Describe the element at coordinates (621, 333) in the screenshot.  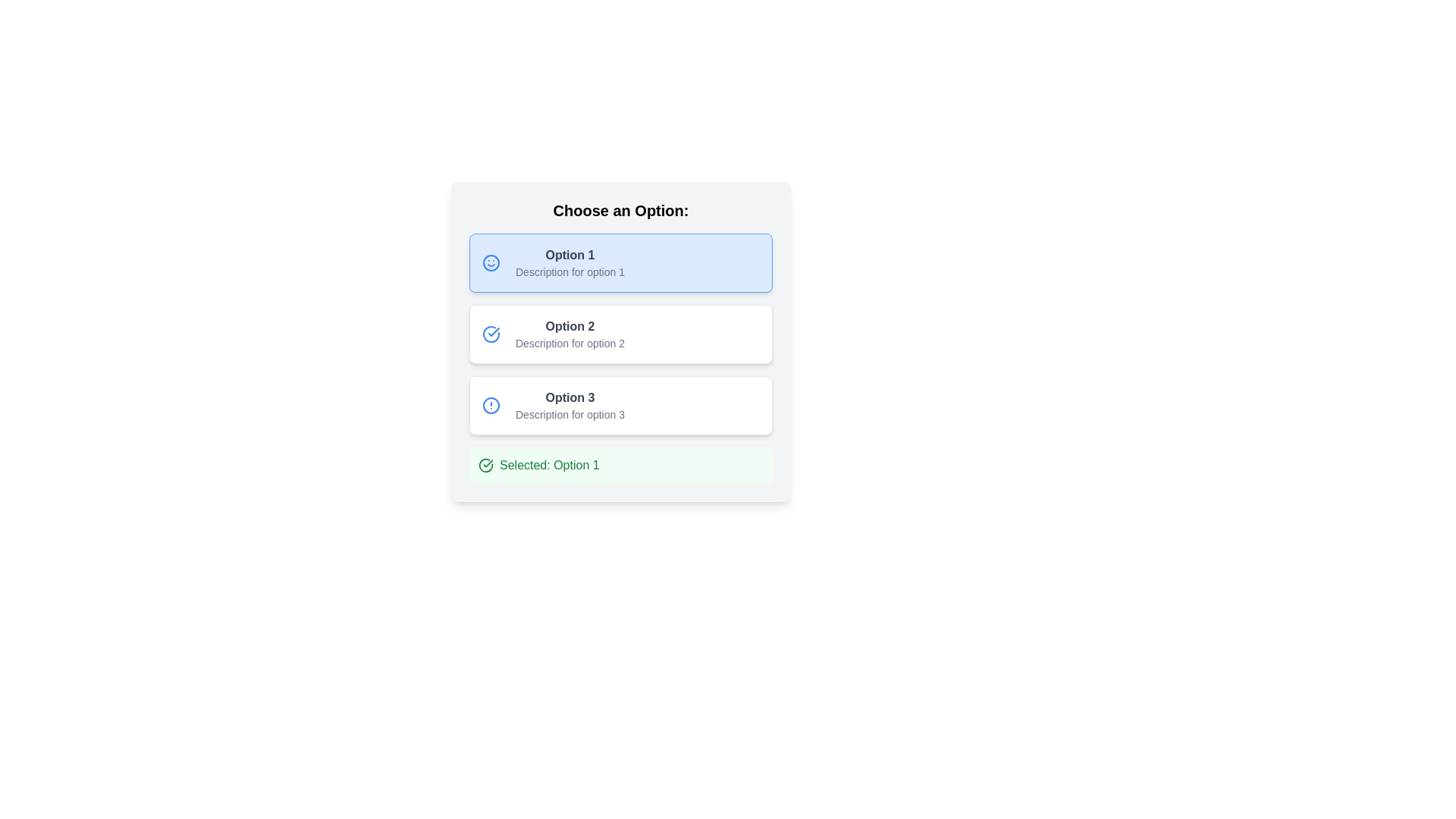
I see `the second option item in the selection menu, which features a blue checkmark icon and the text 'Option 2'` at that location.